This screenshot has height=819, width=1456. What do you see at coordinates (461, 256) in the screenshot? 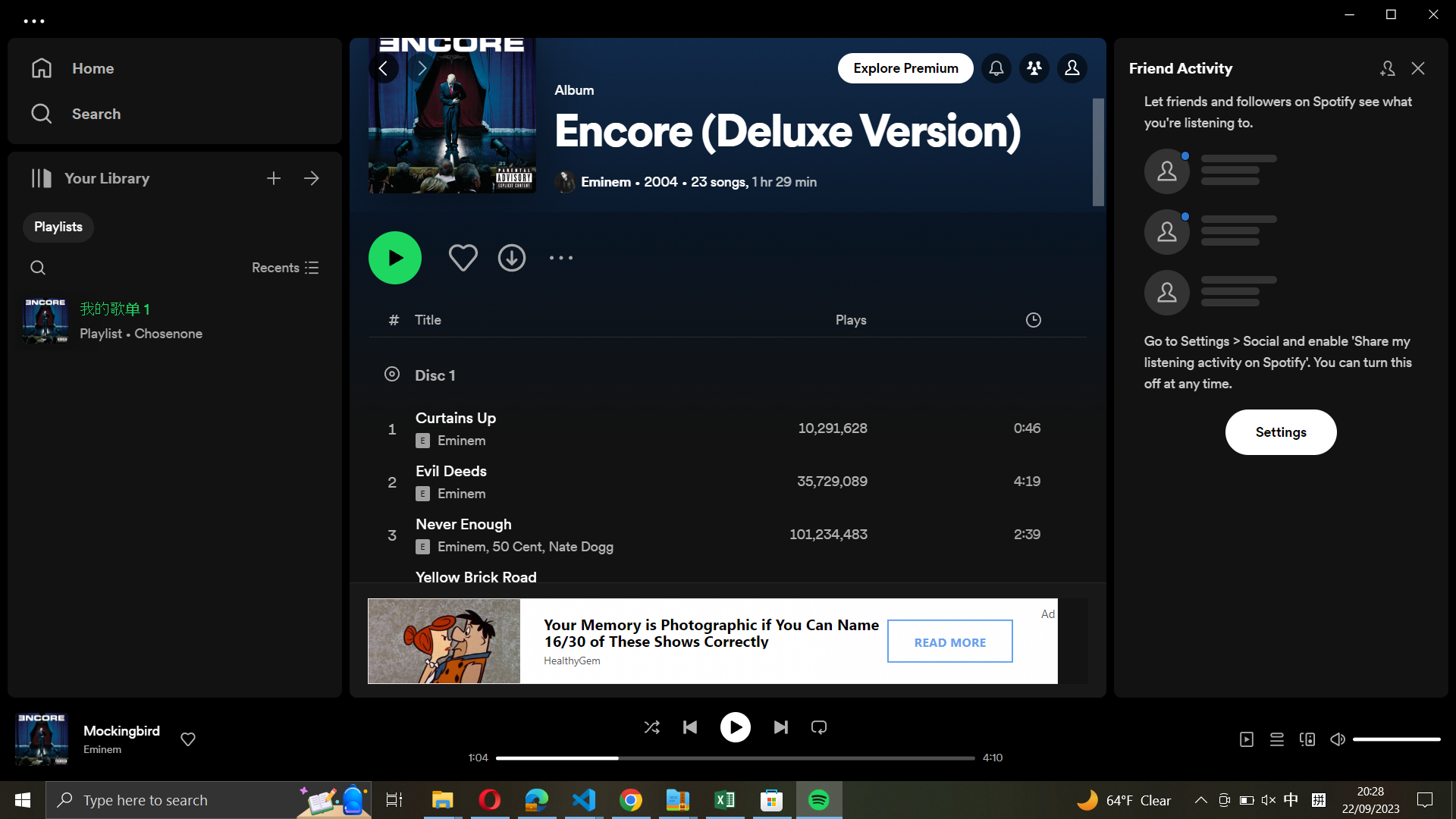
I see `Add the playlist to your favorites` at bounding box center [461, 256].